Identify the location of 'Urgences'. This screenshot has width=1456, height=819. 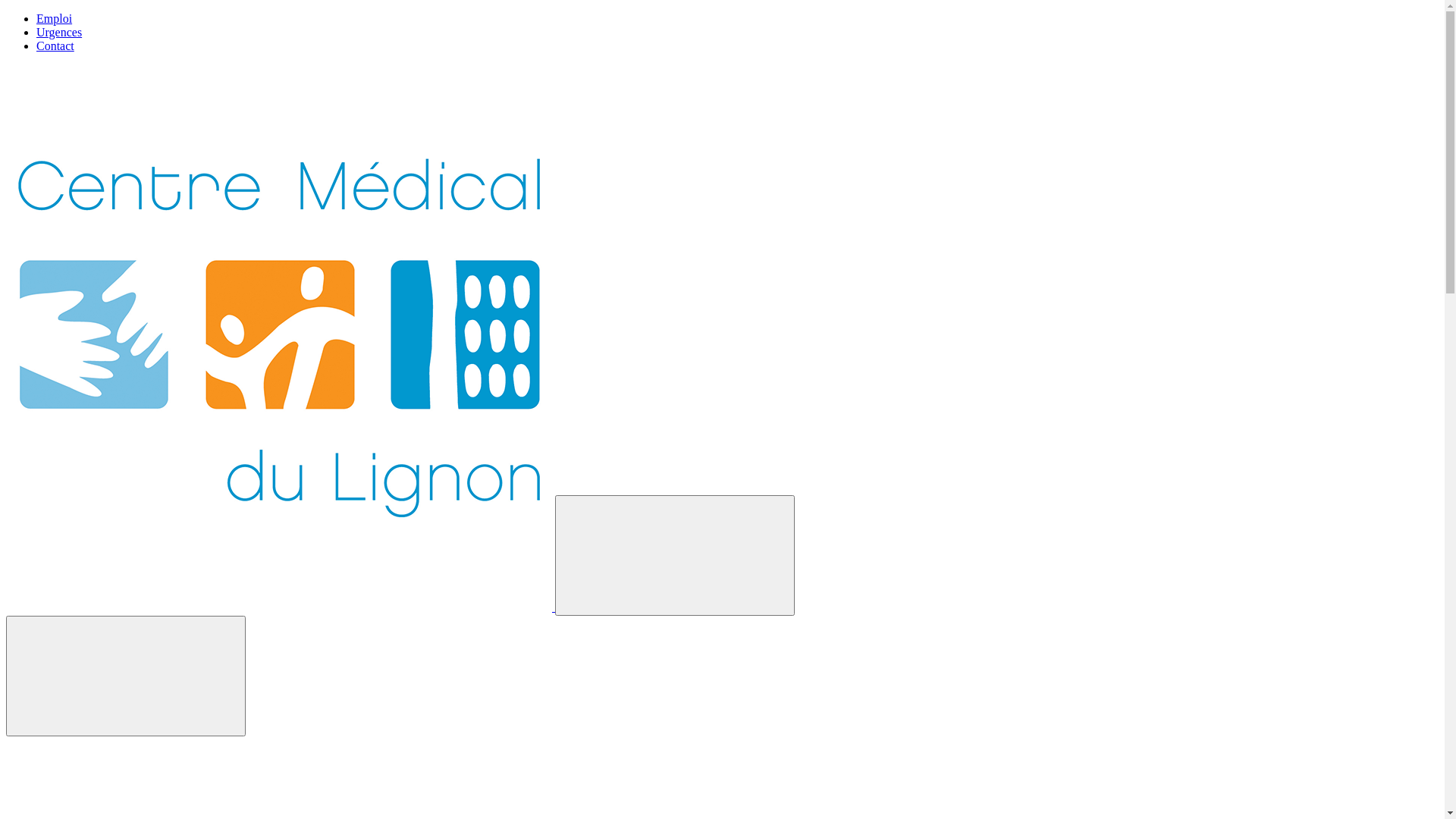
(36, 32).